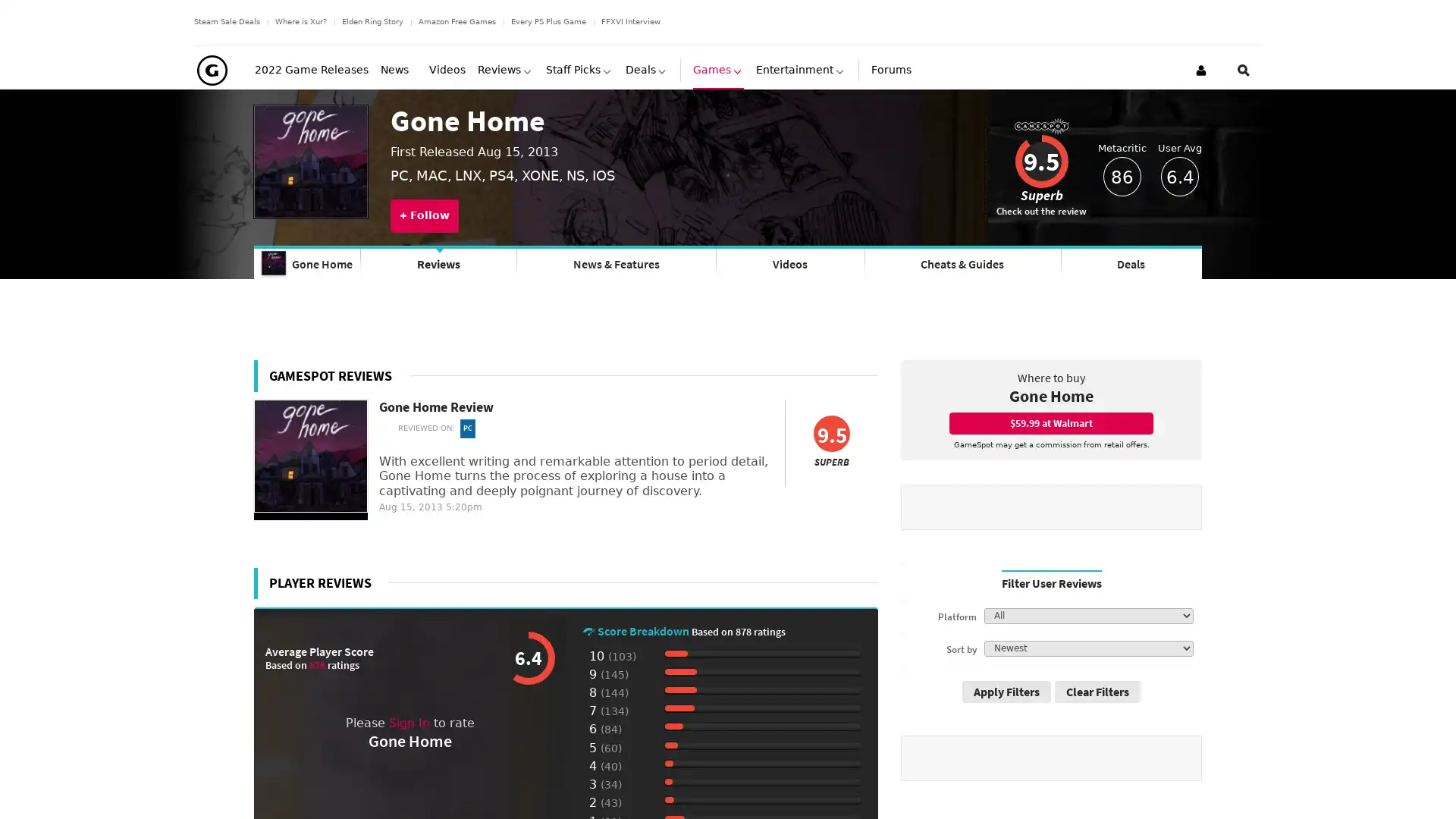 The image size is (1456, 819). Describe the element at coordinates (1244, 70) in the screenshot. I see `Open Site Search` at that location.